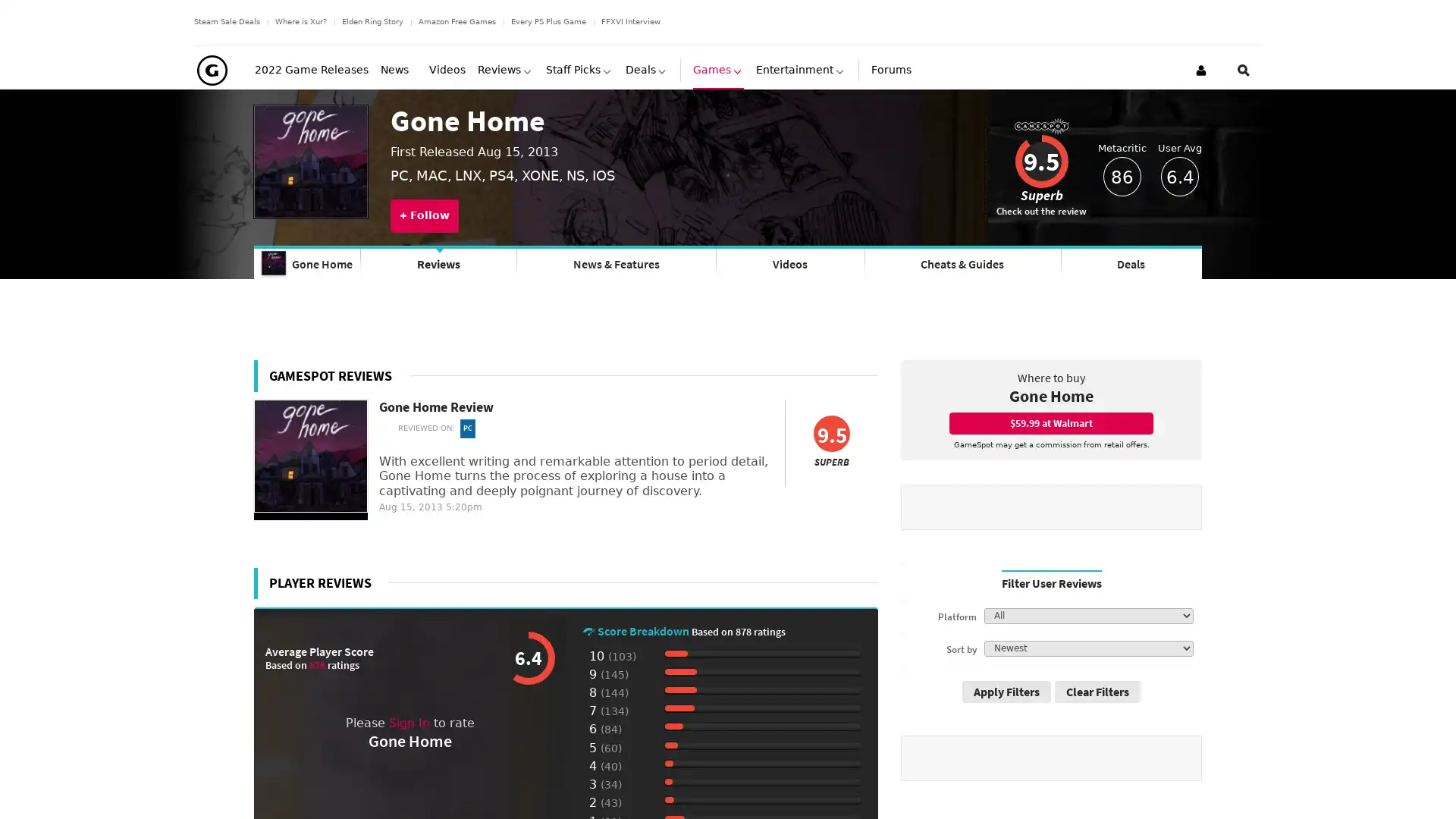 The image size is (1456, 819). Describe the element at coordinates (1244, 70) in the screenshot. I see `Open Site Search` at that location.